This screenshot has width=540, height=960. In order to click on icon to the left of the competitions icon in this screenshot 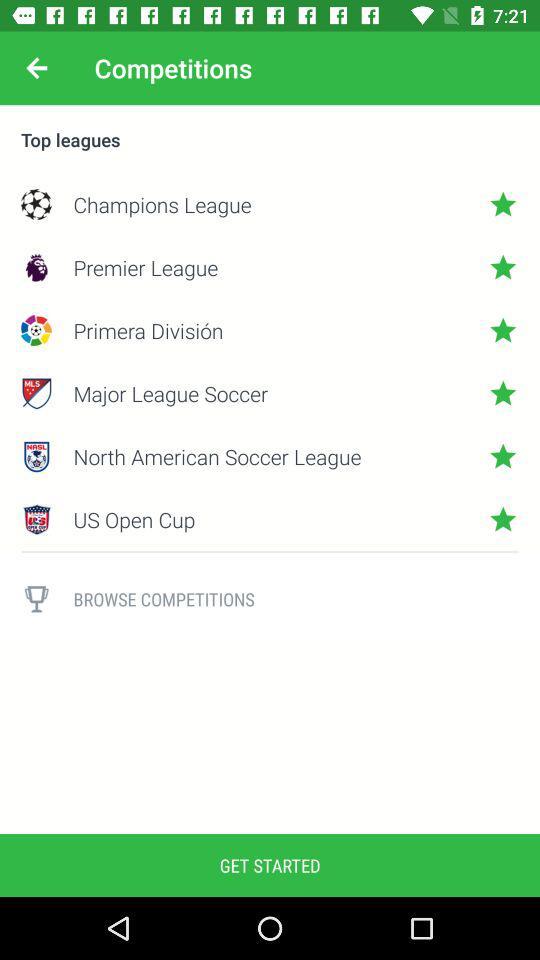, I will do `click(36, 68)`.